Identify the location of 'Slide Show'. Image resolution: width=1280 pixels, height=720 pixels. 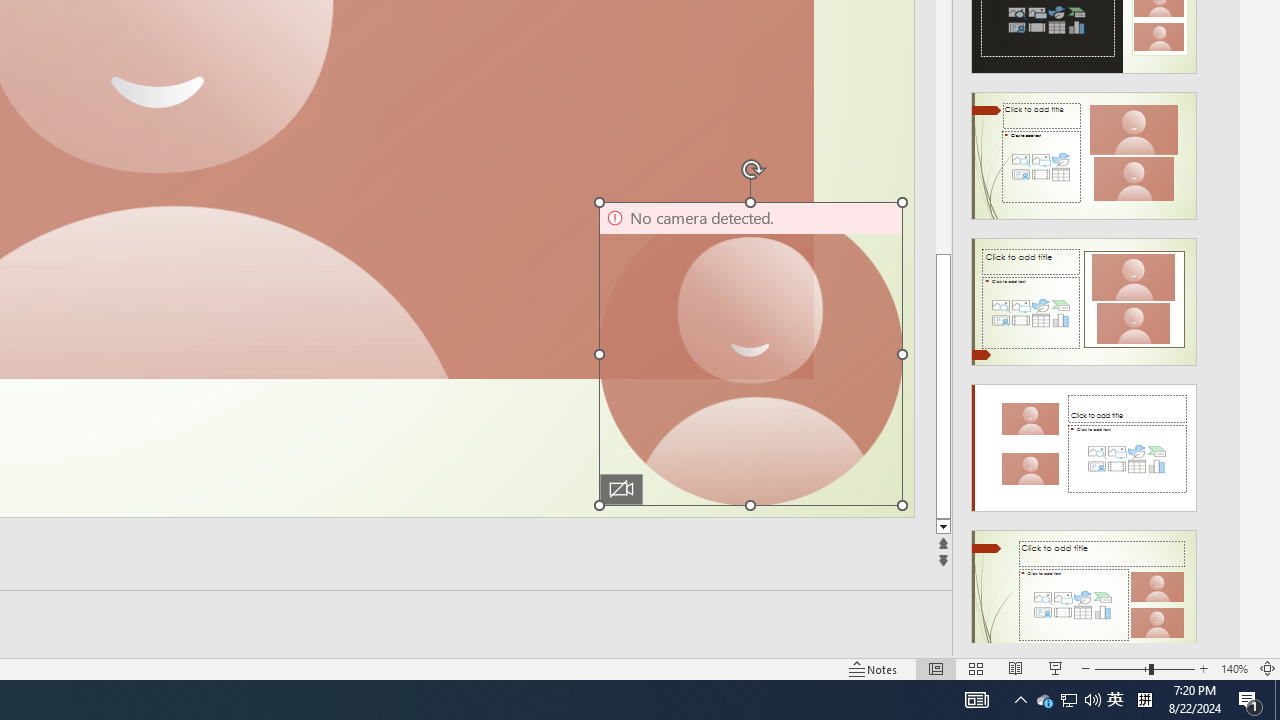
(1055, 669).